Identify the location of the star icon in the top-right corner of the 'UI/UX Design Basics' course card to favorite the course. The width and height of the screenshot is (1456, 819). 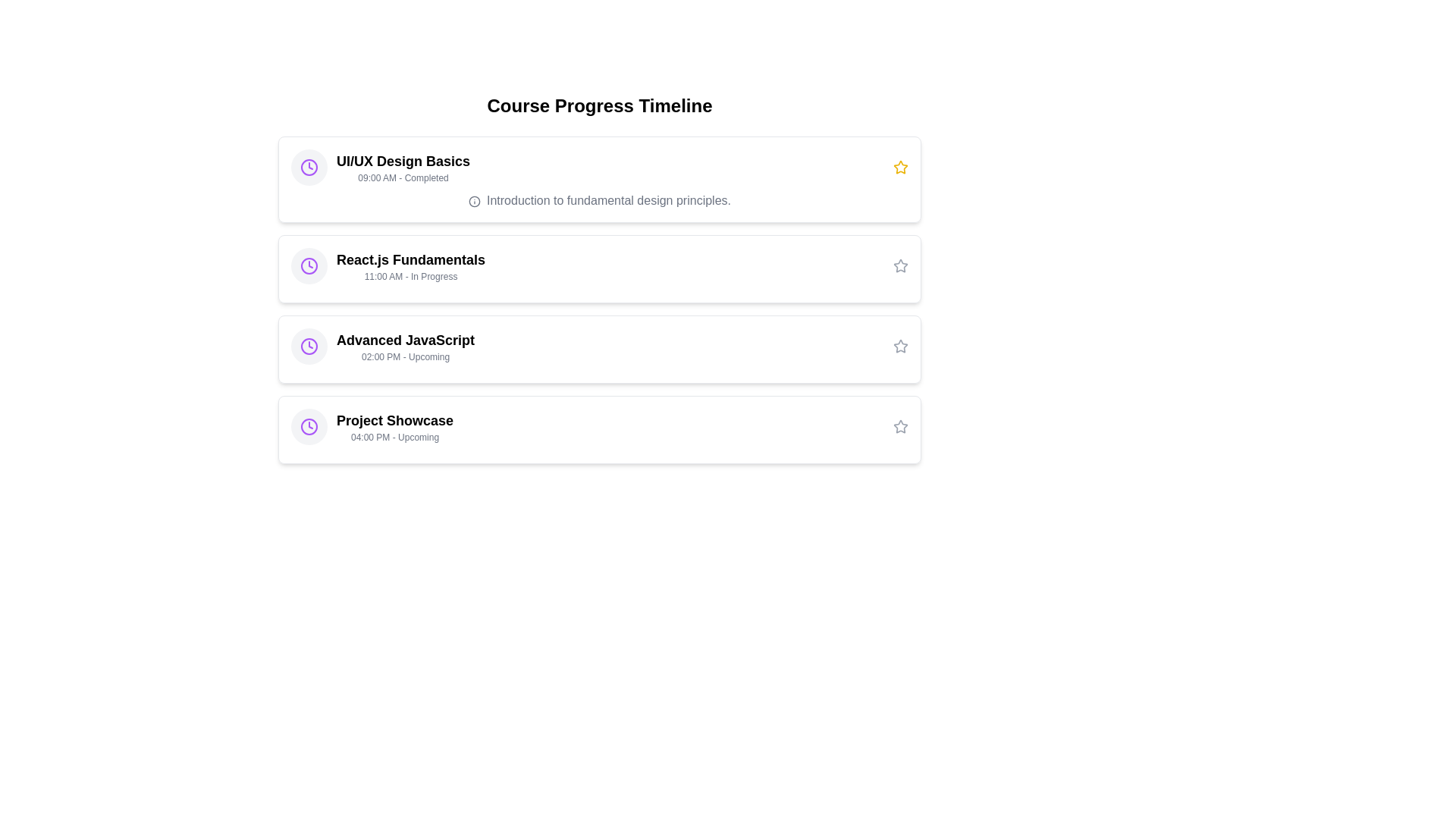
(901, 167).